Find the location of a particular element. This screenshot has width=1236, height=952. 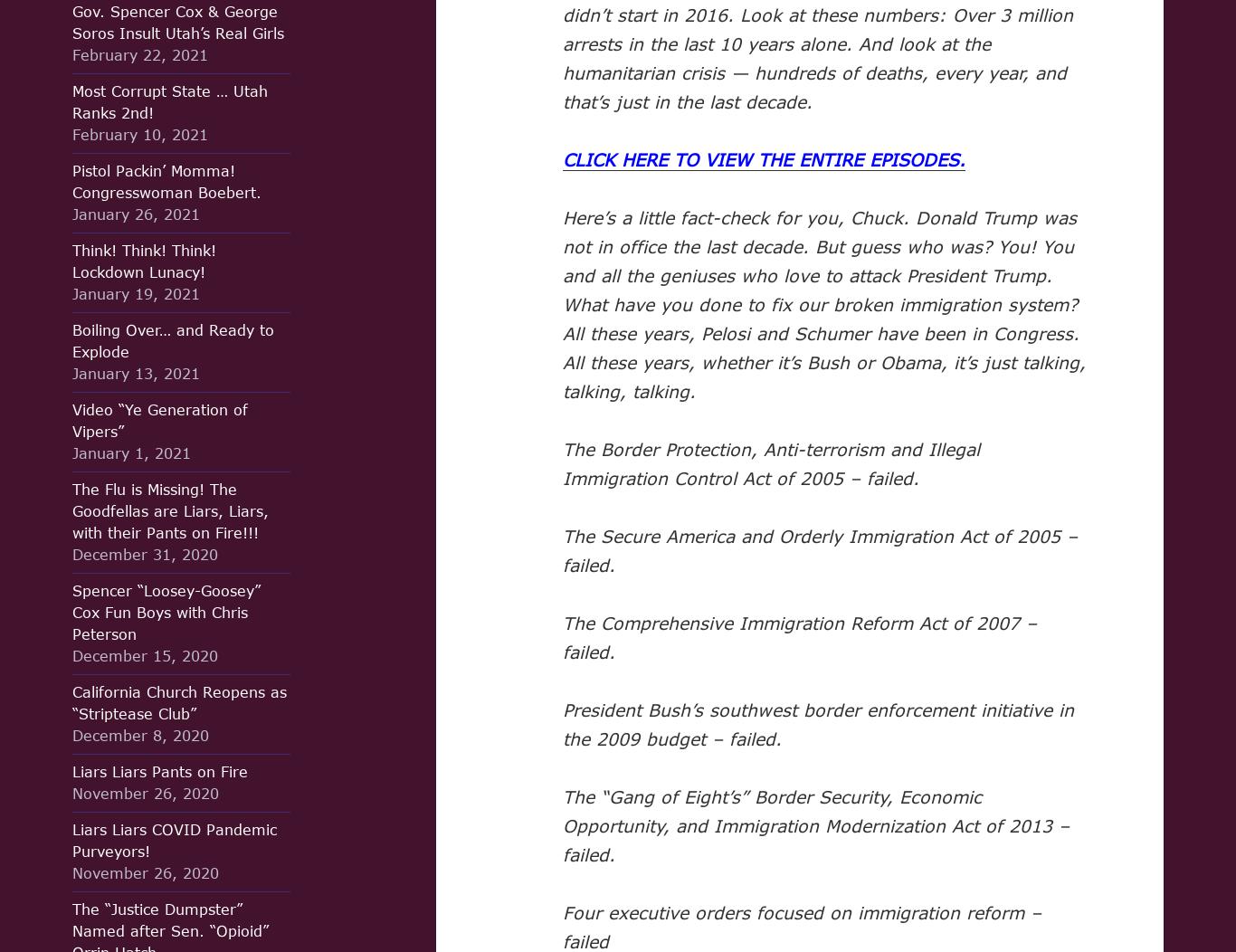

'Here’s a little fact-check for you, Chuck. Donald Trump was not in office the last decade. But guess who was? You! You and all the geniuses who love to attack President Trump. What have you done to fix our broken immigration system? All these years, Pelosi and Schumer have been in Congress. All these years, whether it’s Bush or Obama, it’s just talking, talking, talking.' is located at coordinates (822, 303).